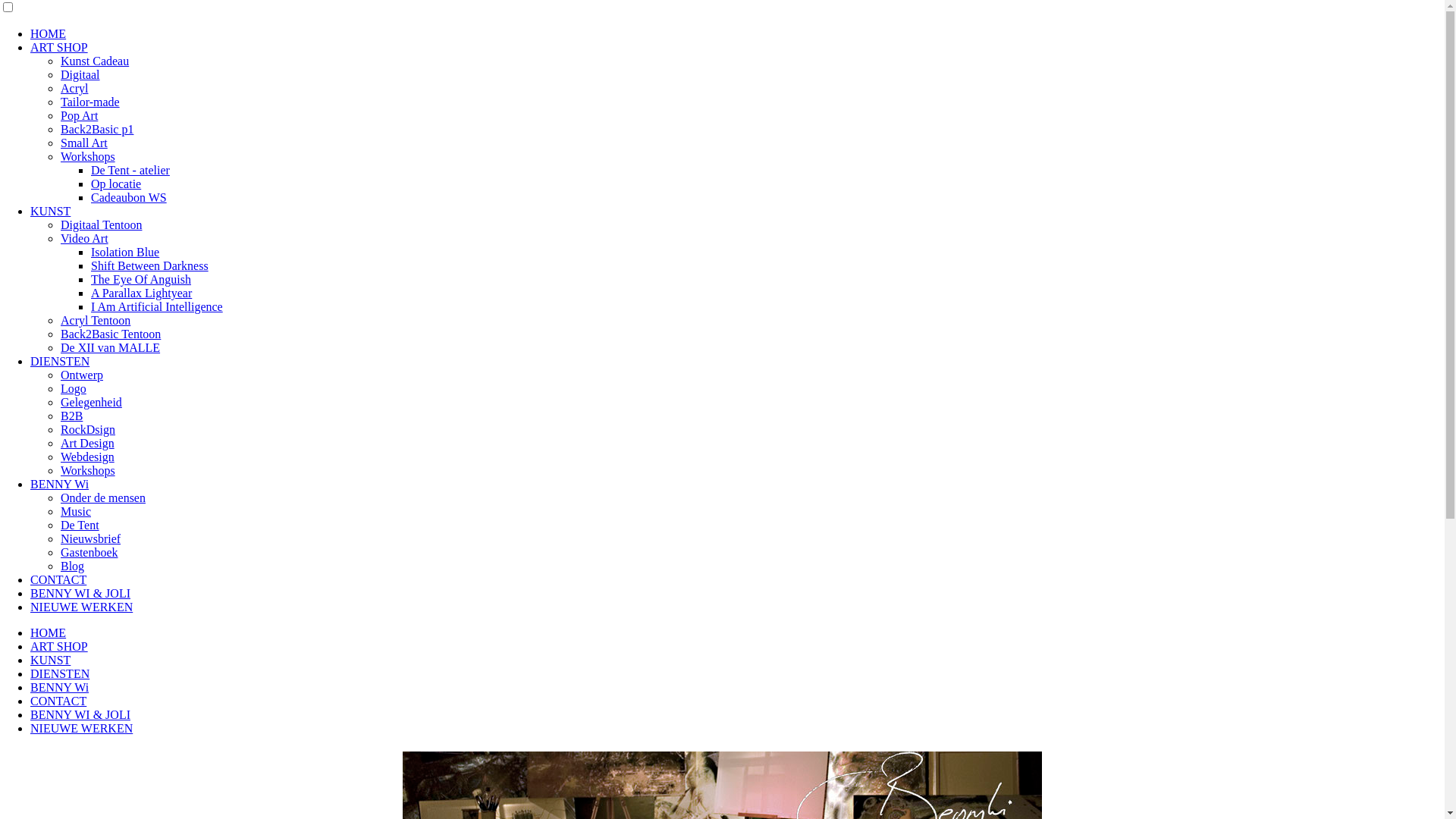 The image size is (1456, 819). I want to click on 'Kunst Cadeau', so click(93, 60).